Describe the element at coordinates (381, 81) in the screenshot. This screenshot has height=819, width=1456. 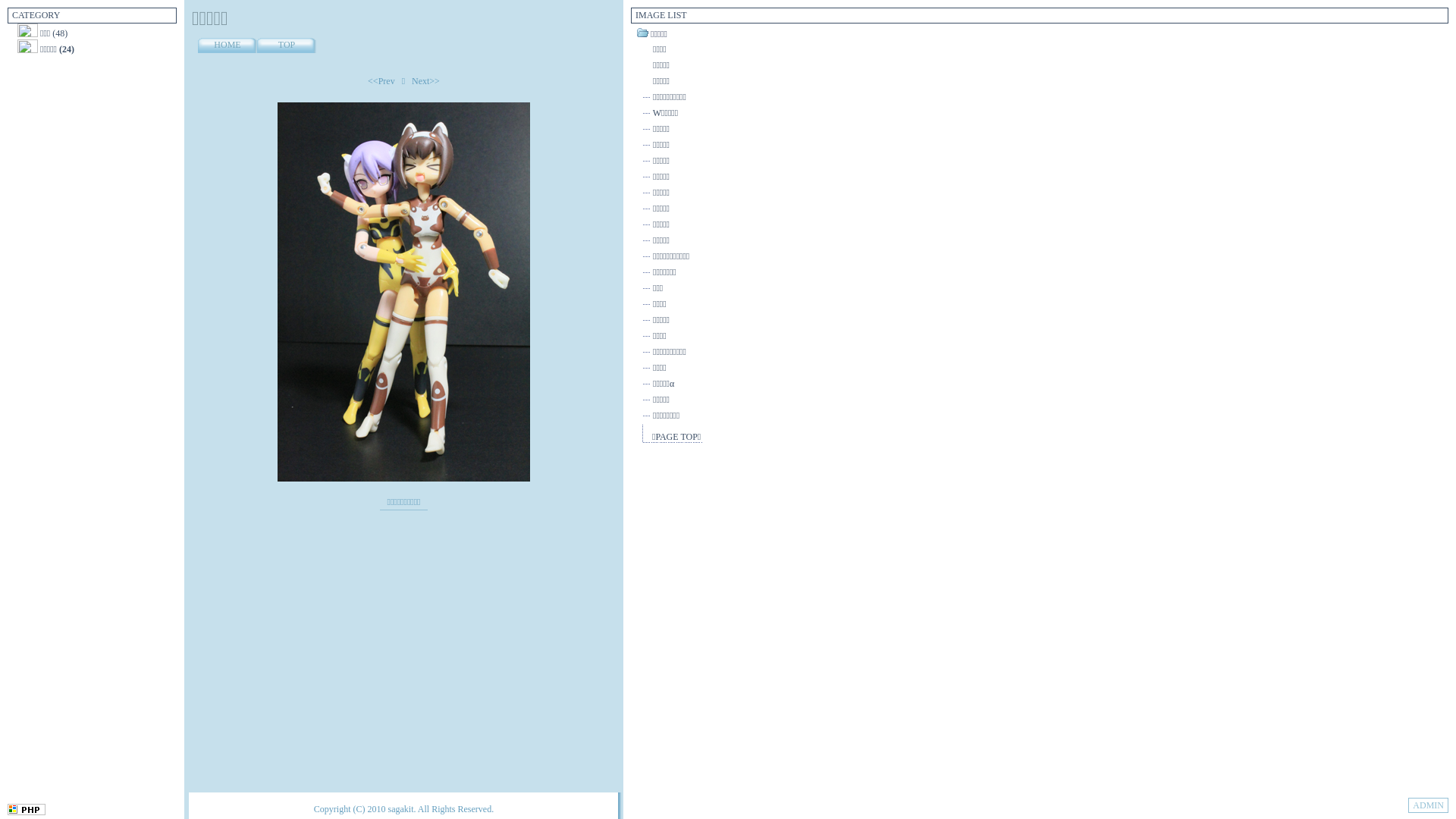
I see `'<<Prev'` at that location.